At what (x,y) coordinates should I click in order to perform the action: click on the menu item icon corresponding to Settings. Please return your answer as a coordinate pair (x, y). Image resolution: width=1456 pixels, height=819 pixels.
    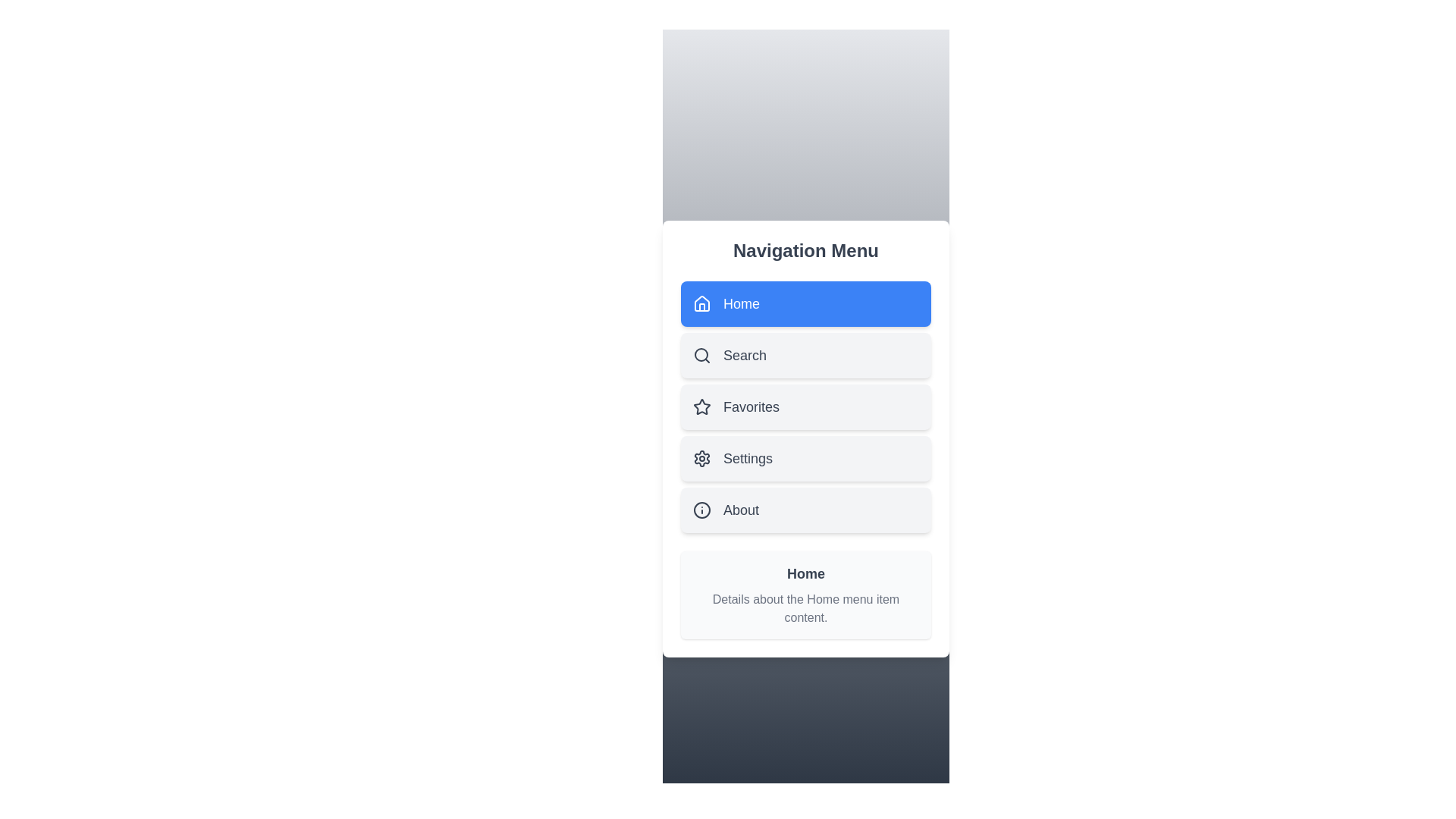
    Looking at the image, I should click on (701, 458).